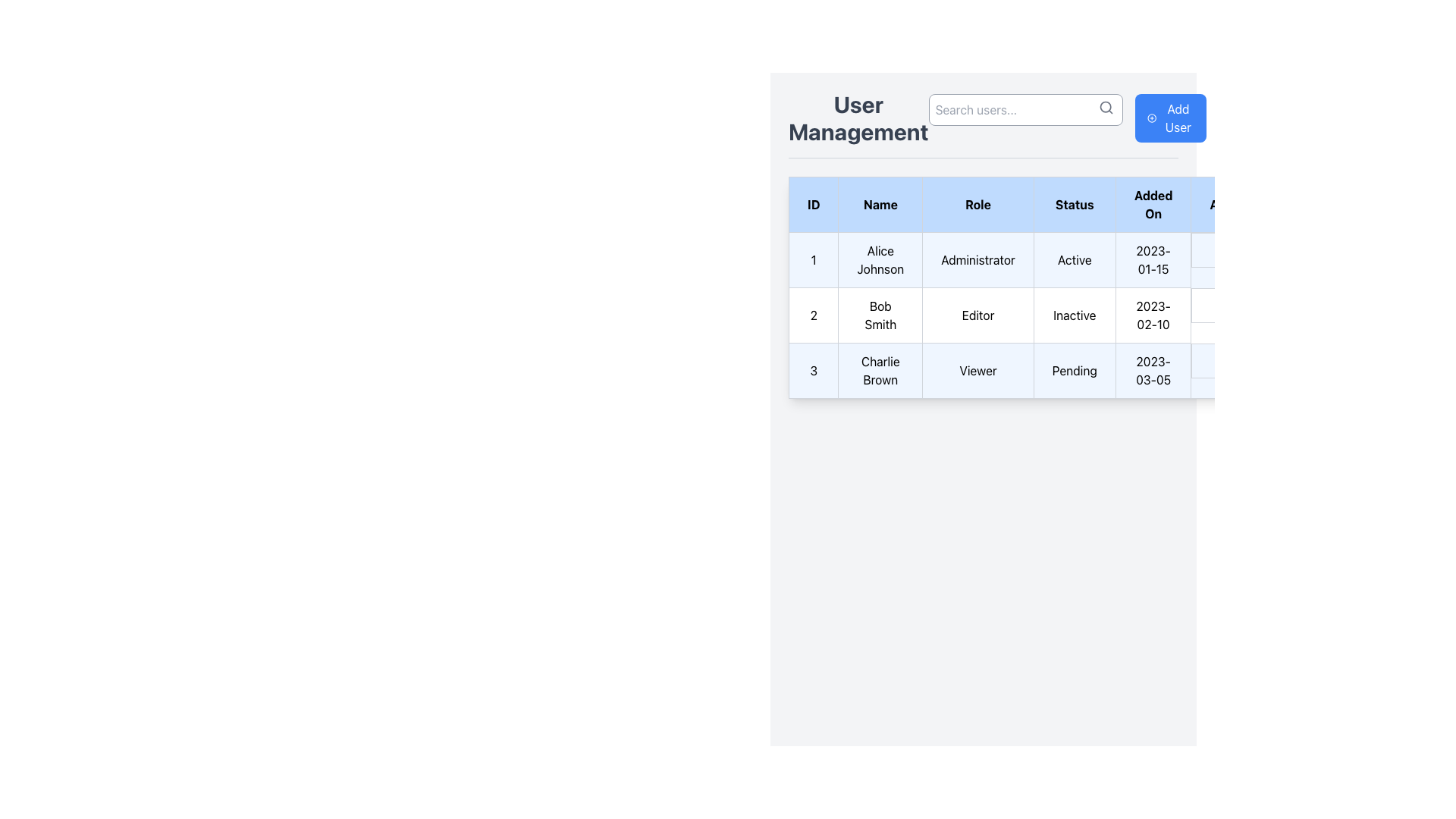 This screenshot has height=819, width=1456. Describe the element at coordinates (1031, 315) in the screenshot. I see `the second row in the table, which is positioned between the rows for 'Alice Johnson' and 'Charlie Brown'` at that location.